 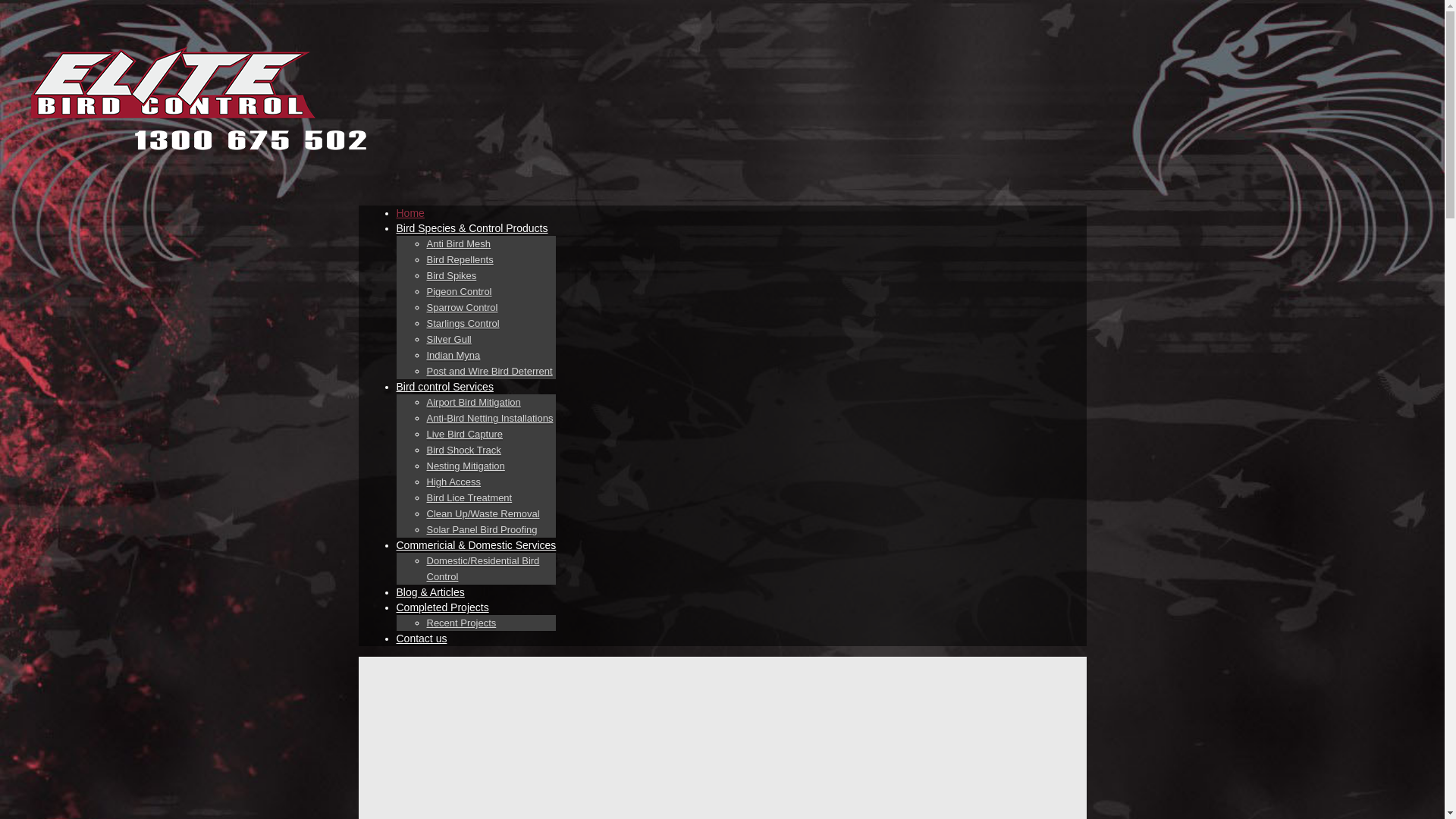 I want to click on 'Anti-Bird Netting Installations', so click(x=489, y=418).